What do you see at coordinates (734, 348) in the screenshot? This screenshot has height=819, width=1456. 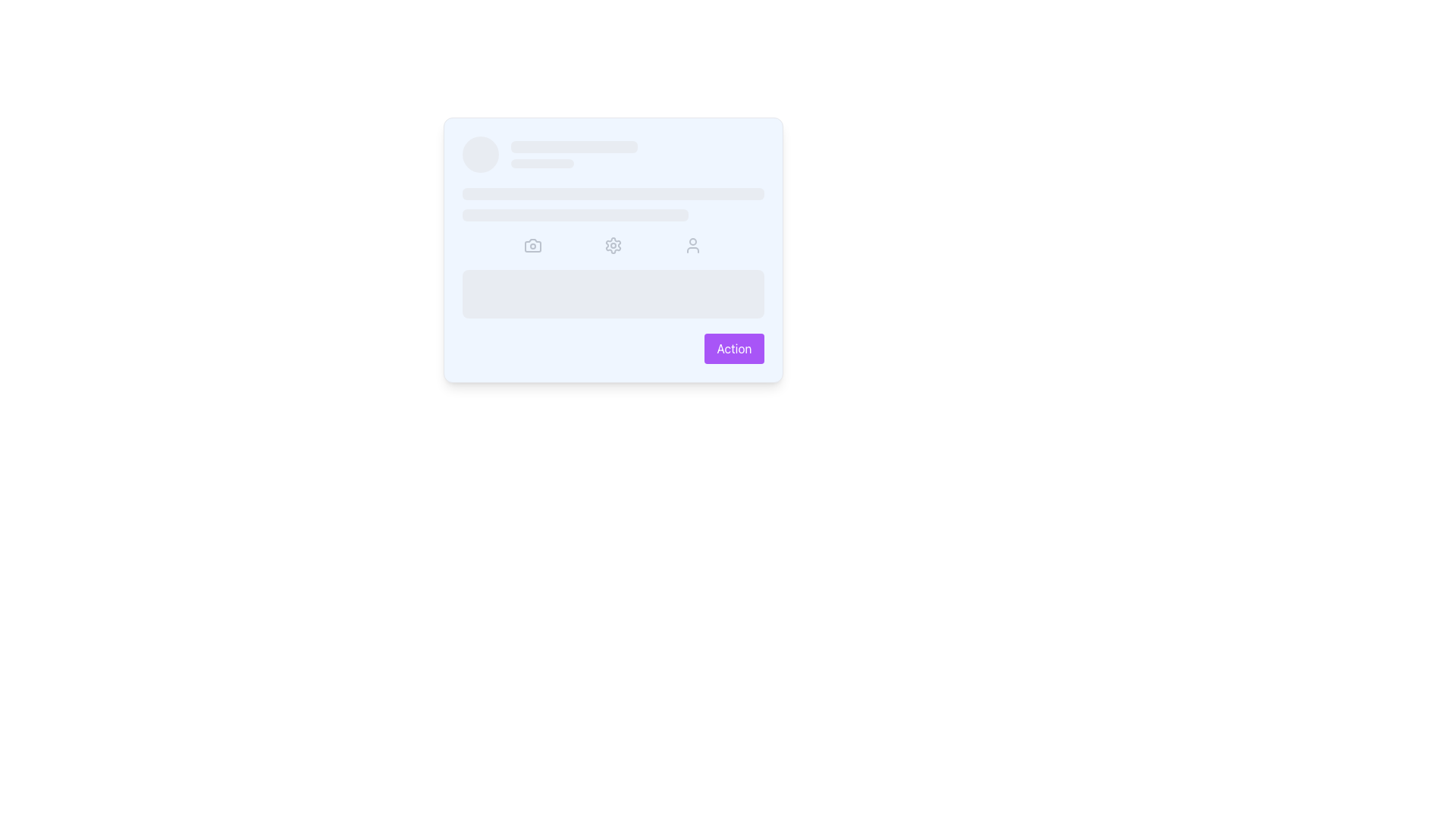 I see `the button labeled 'Action' with a purple background` at bounding box center [734, 348].